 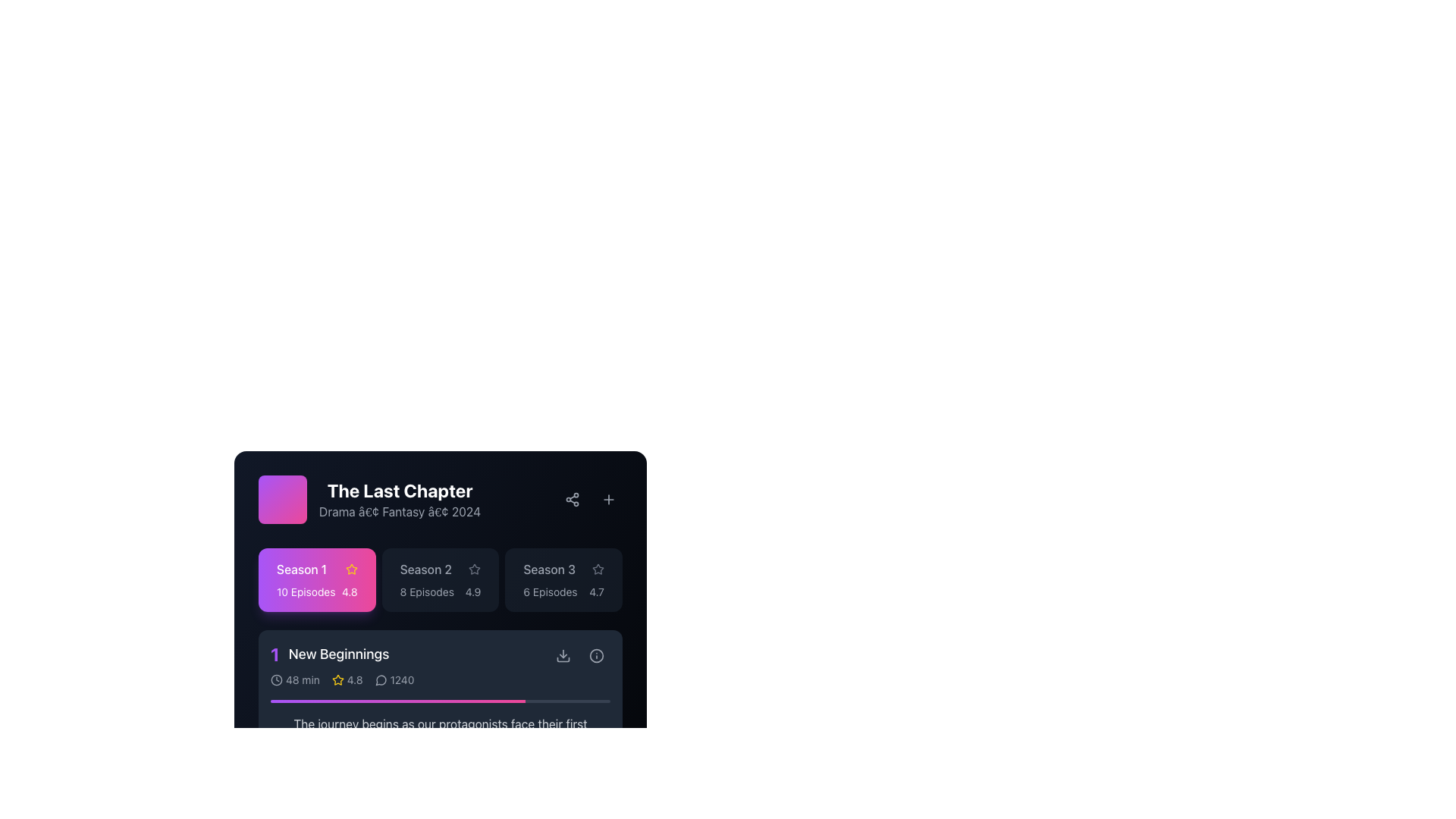 I want to click on the yellow star icon to rate or unrate 'Season 1', so click(x=337, y=679).